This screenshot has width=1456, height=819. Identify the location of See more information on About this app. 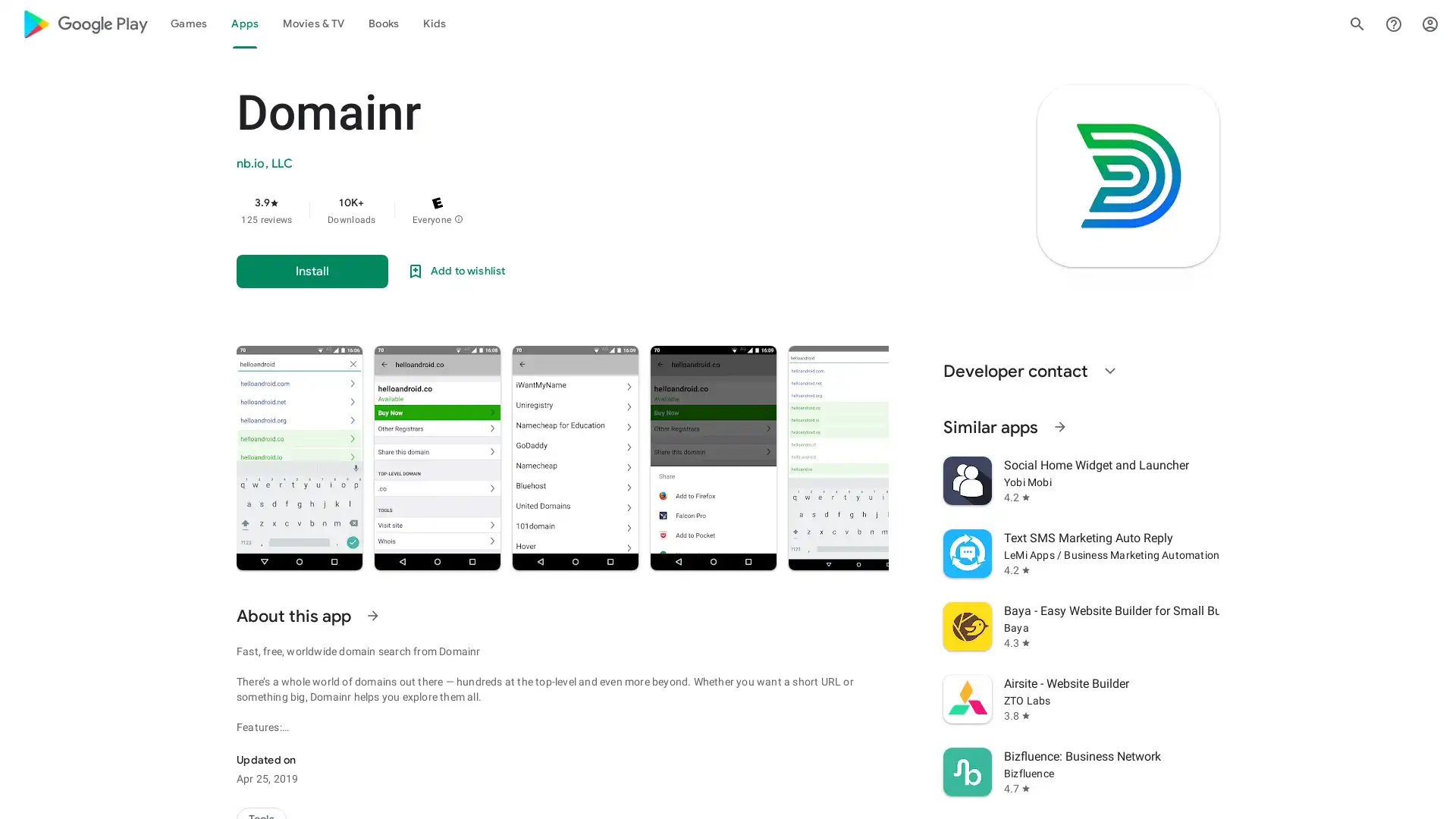
(372, 616).